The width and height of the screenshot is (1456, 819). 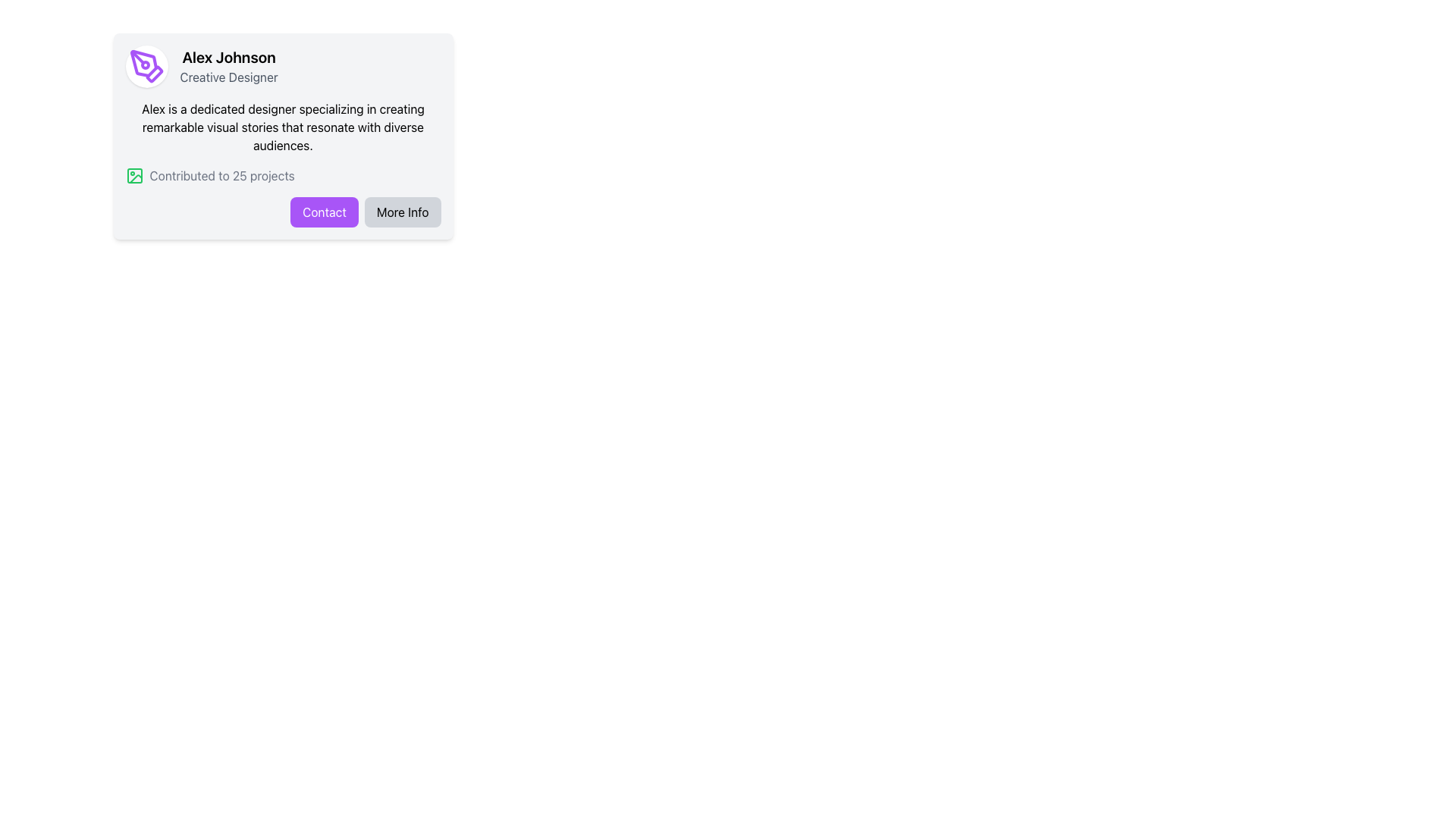 What do you see at coordinates (283, 66) in the screenshot?
I see `the Profile Header text containing the name 'Alex Johnson' and title 'Creative Designer' for reading` at bounding box center [283, 66].